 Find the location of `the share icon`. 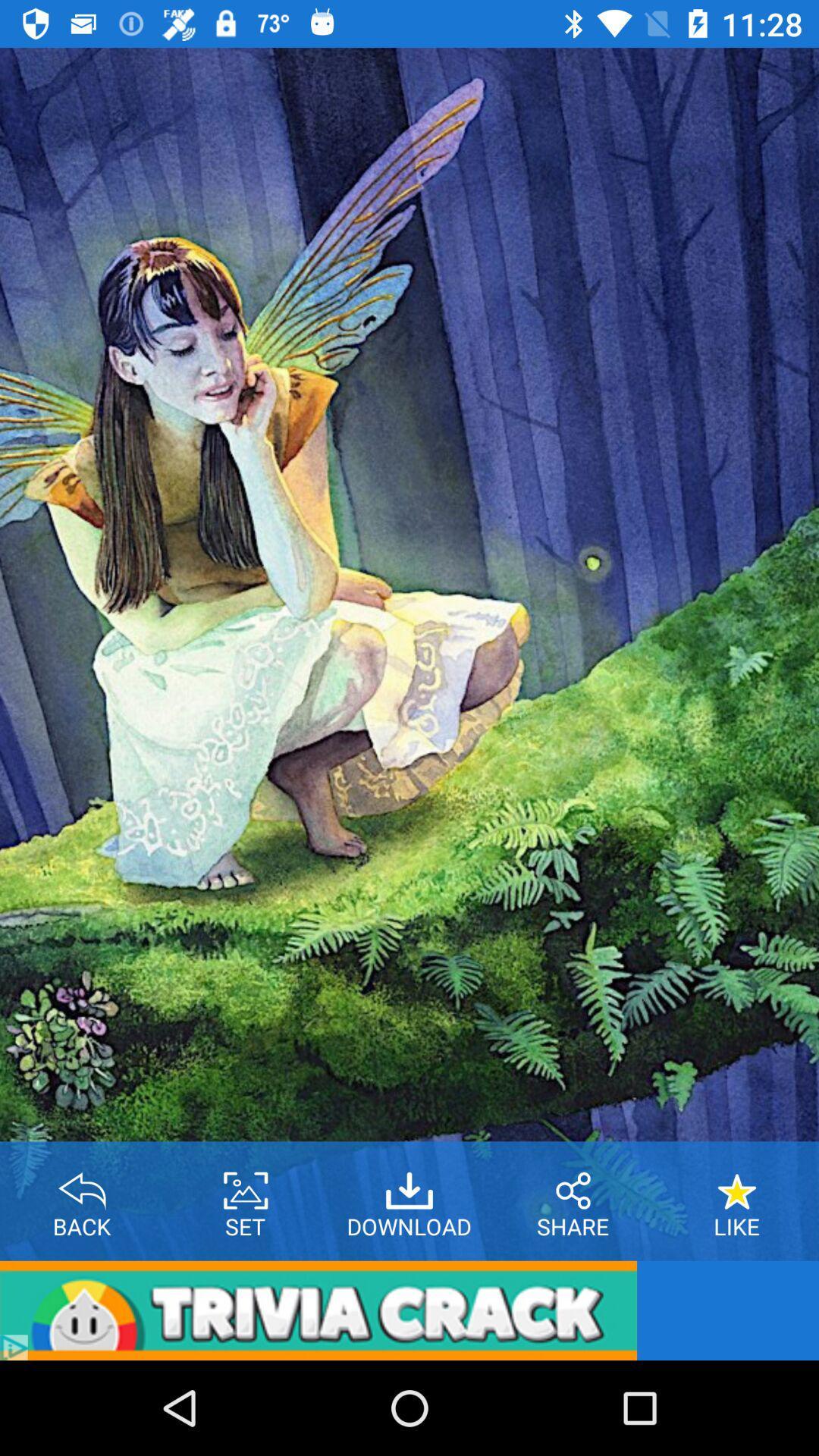

the share icon is located at coordinates (573, 1185).